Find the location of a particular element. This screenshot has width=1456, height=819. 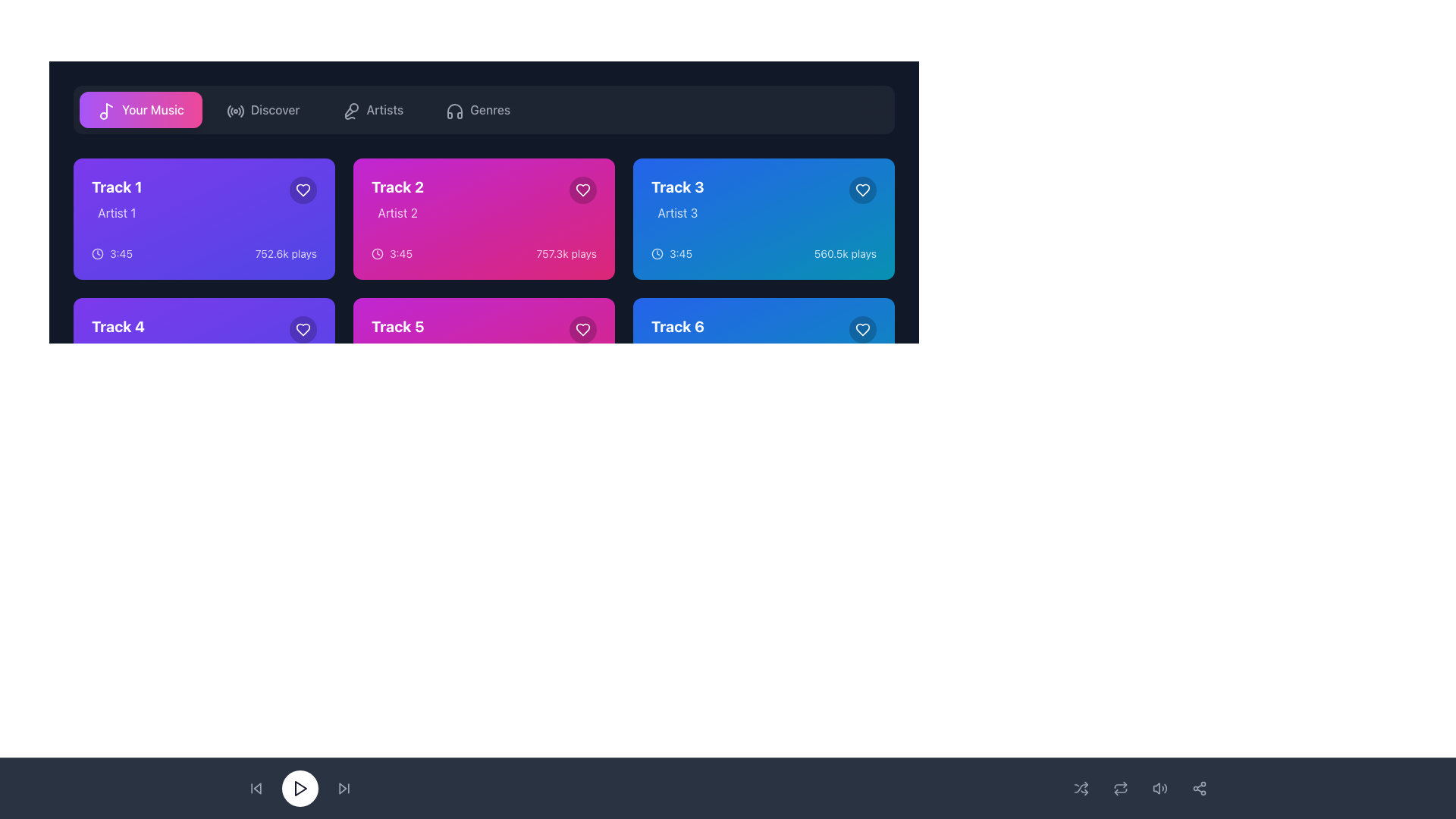

the repeat button represented by a circular arrow icon in the bottom right corner of the playback control section is located at coordinates (1121, 788).